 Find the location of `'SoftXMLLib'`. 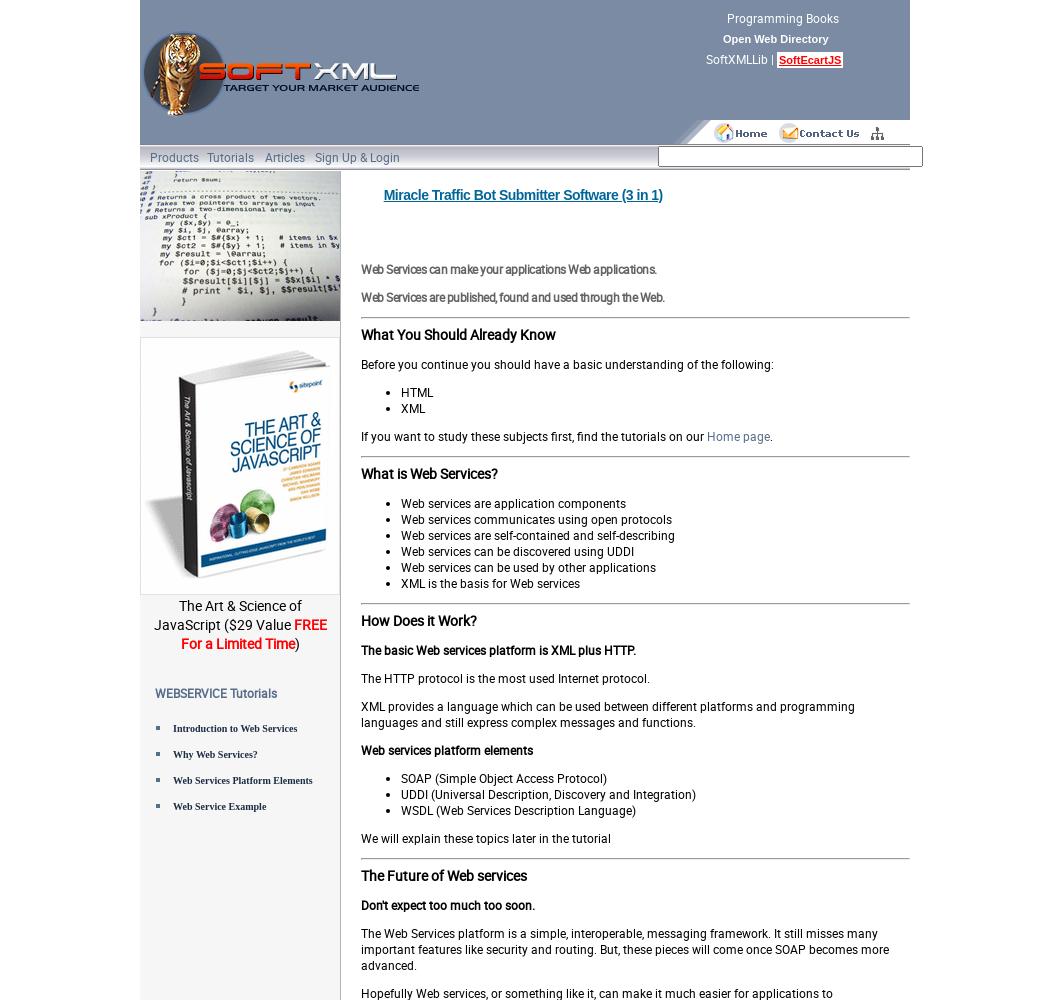

'SoftXMLLib' is located at coordinates (735, 59).